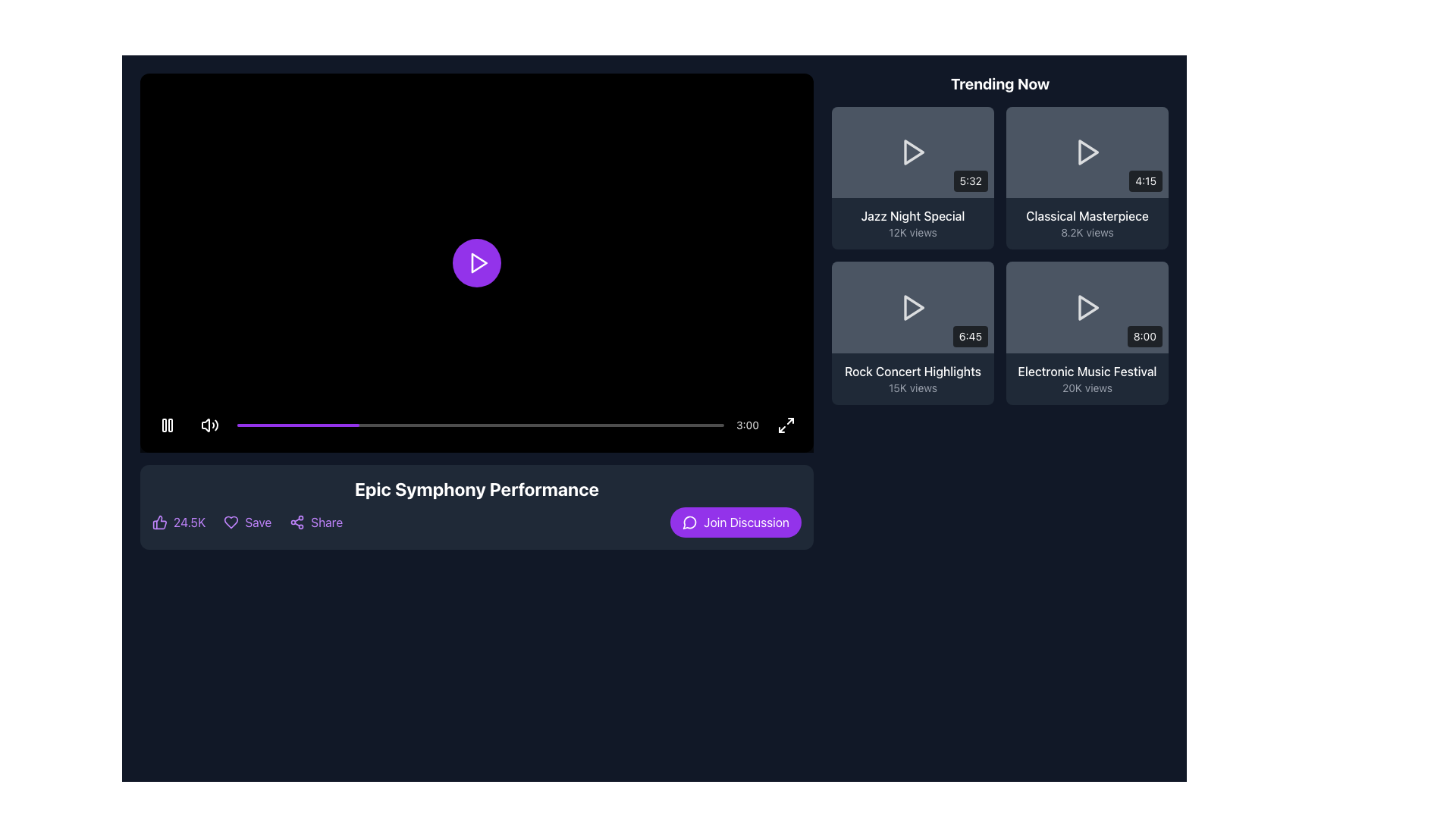  I want to click on the video playback progress, so click(364, 425).